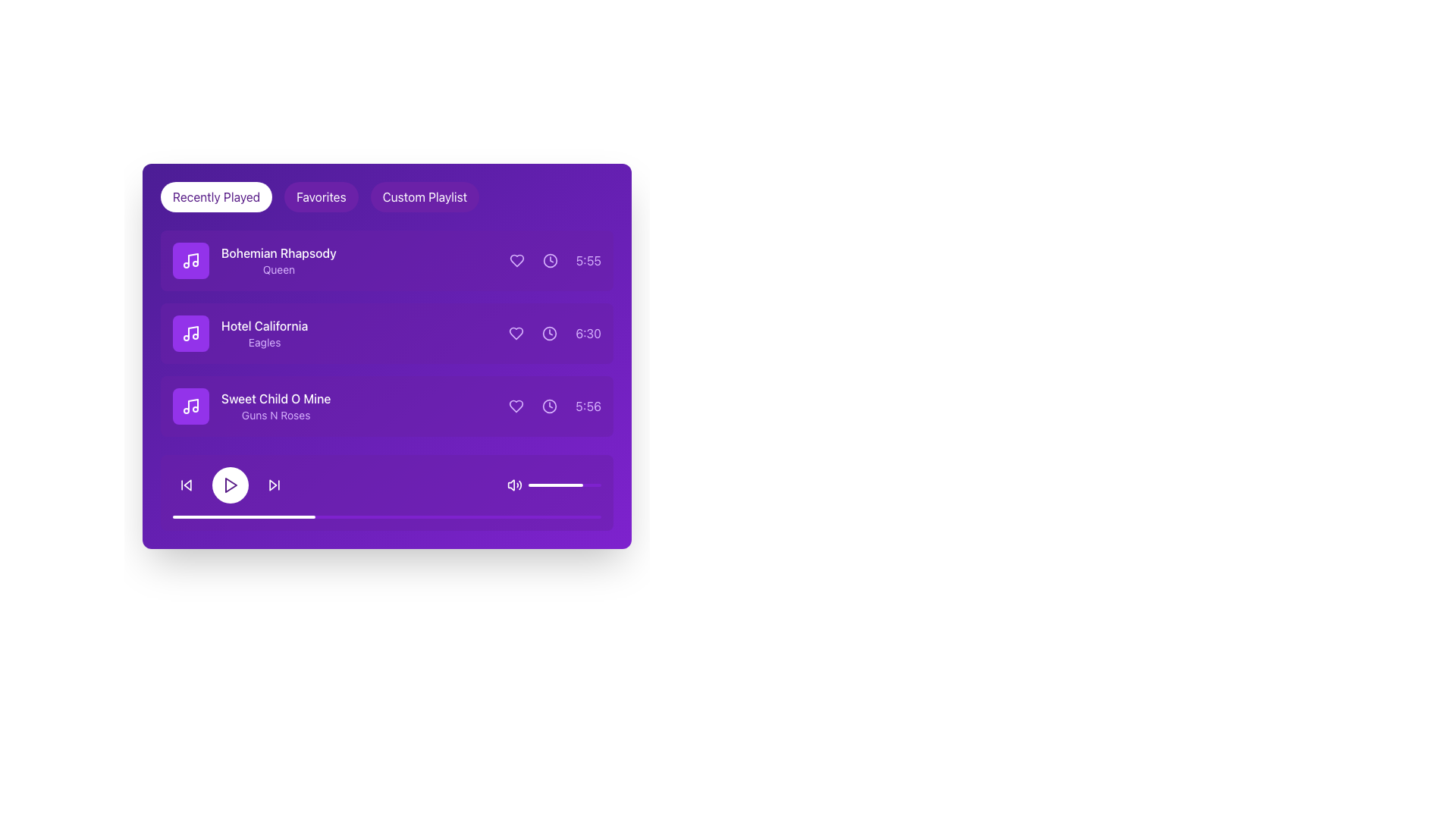 The width and height of the screenshot is (1456, 819). Describe the element at coordinates (581, 485) in the screenshot. I see `the volume level` at that location.